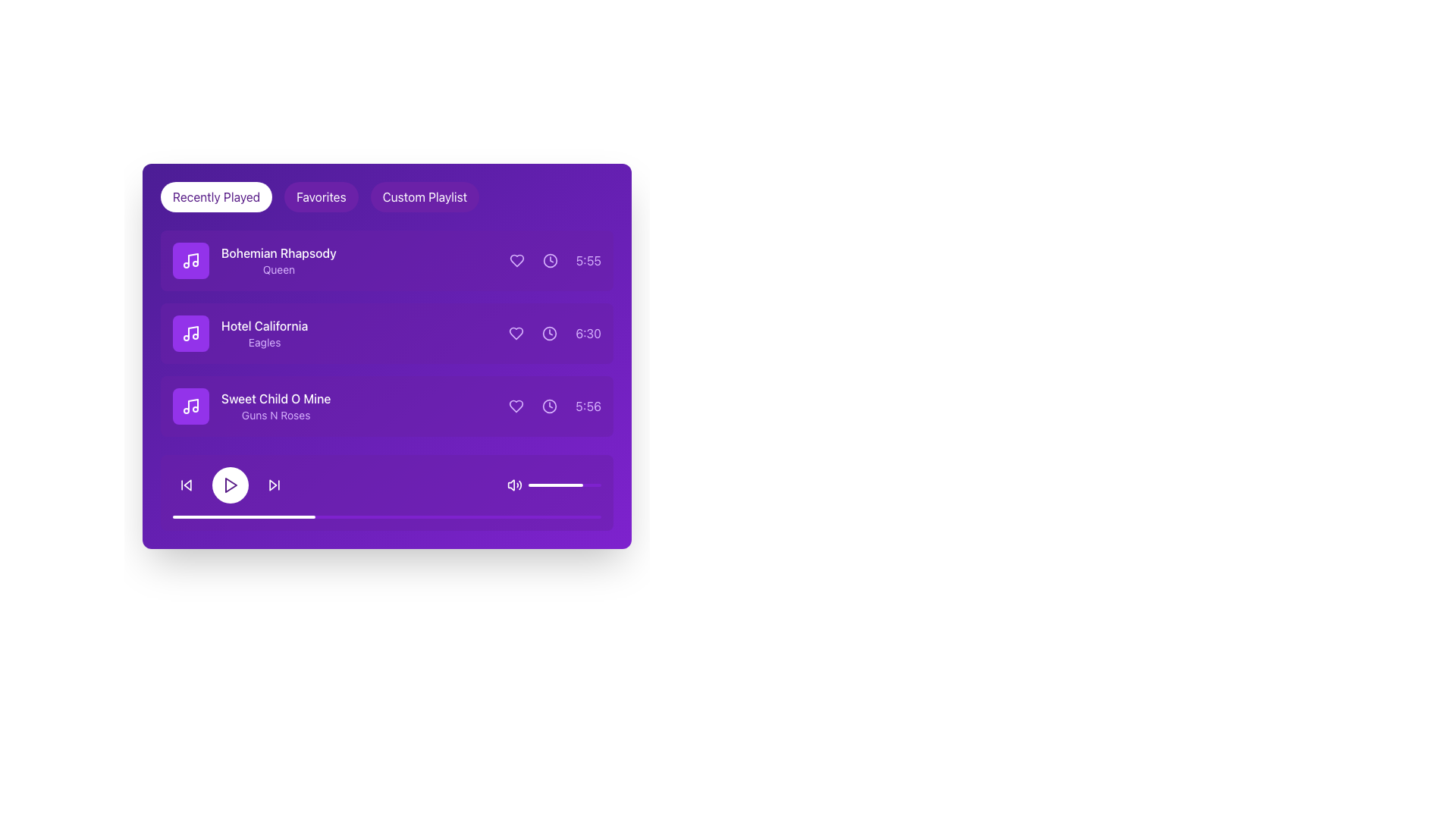 The width and height of the screenshot is (1456, 819). Describe the element at coordinates (581, 485) in the screenshot. I see `the volume level` at that location.